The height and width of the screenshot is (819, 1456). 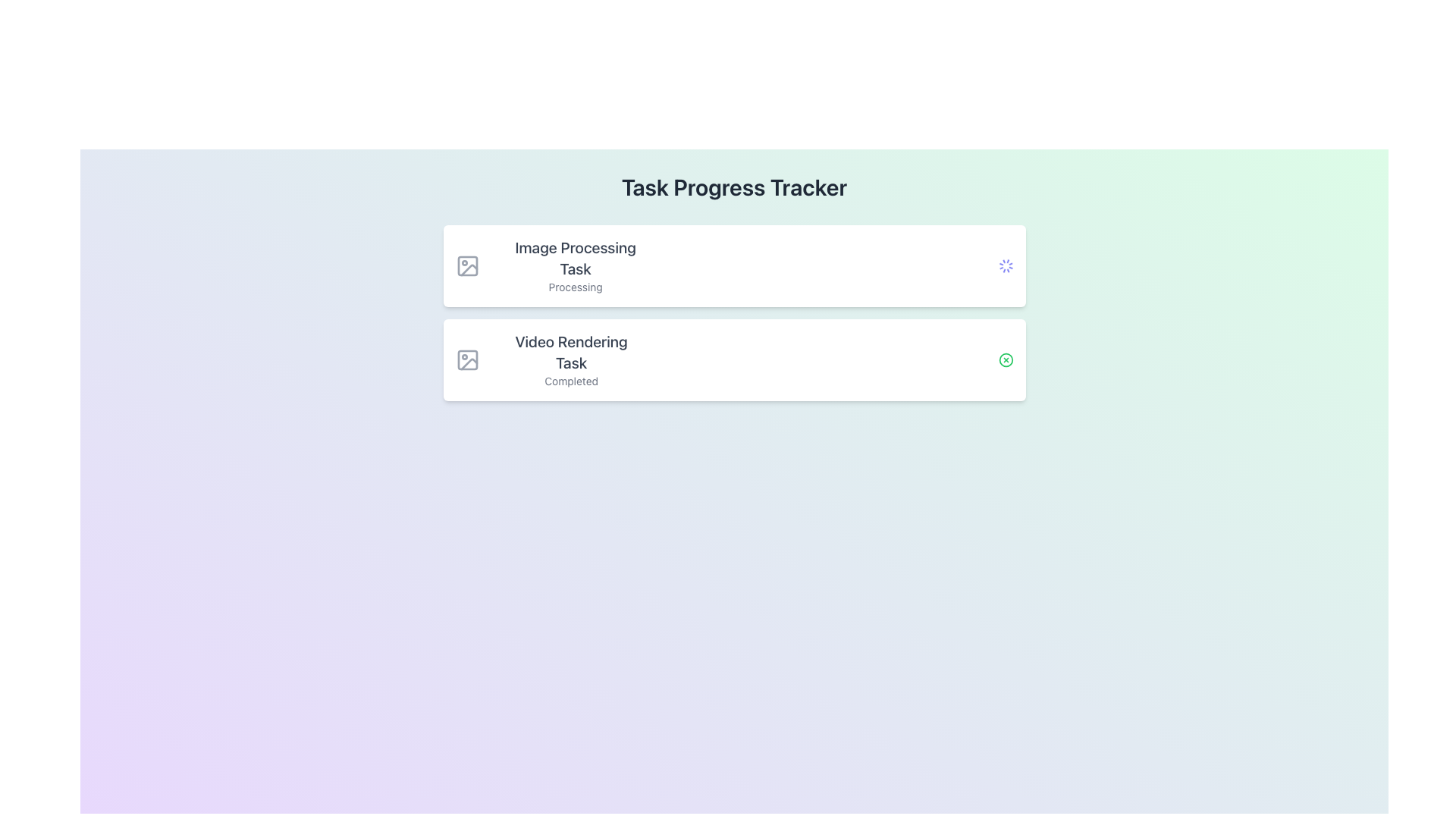 I want to click on text header labeled 'Task Progress Tracker' which is displayed in a bold, large font at the top center of the interface, so click(x=734, y=186).